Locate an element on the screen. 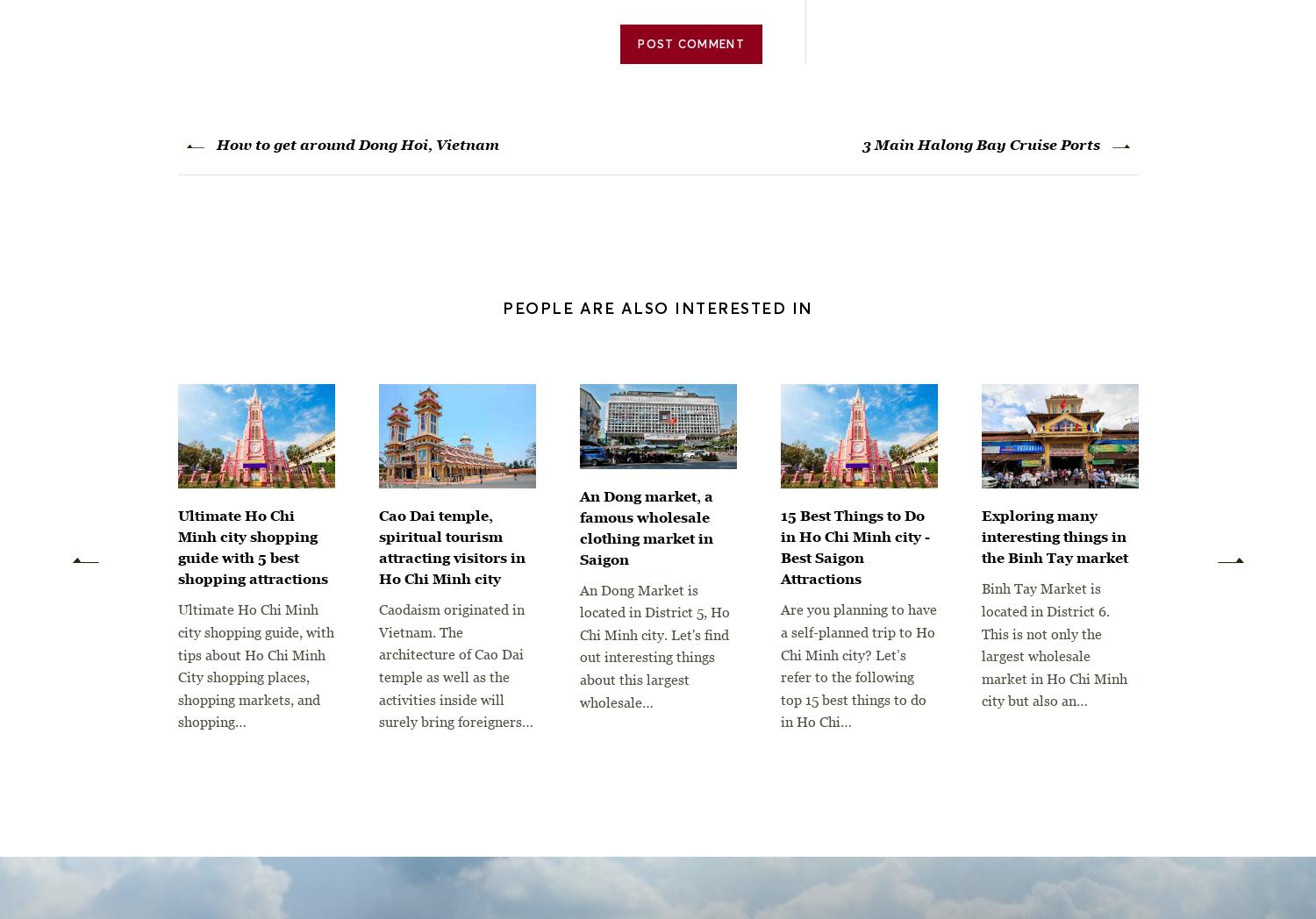 The image size is (1316, 919). 'Are you planning to have a self-planned trip to Ho Chi Minh city? Let’s refer to the following top 15 best things to do in Ho Chi…' is located at coordinates (857, 666).